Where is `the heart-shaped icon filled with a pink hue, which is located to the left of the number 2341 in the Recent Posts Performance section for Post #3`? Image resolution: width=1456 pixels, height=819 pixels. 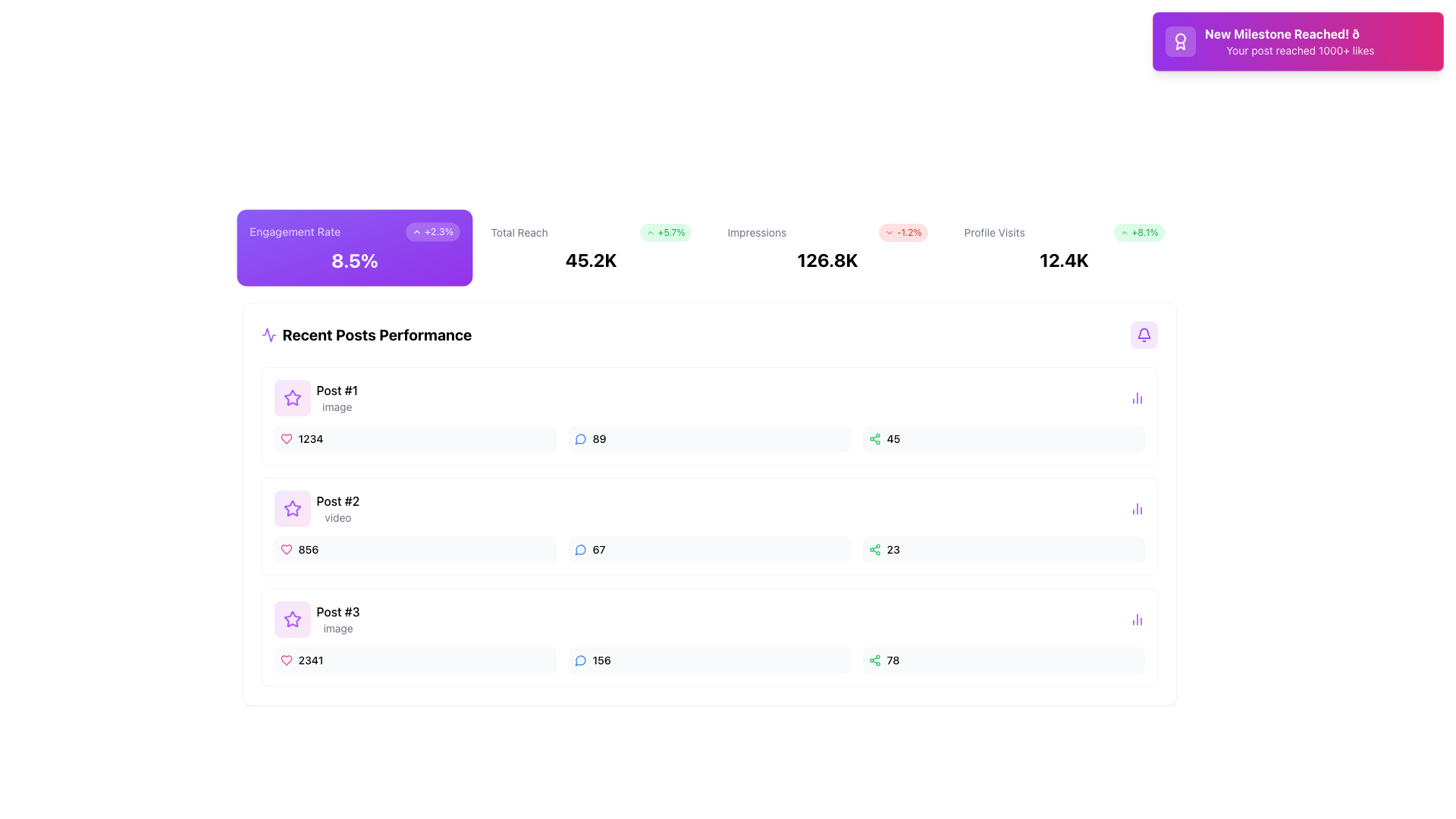
the heart-shaped icon filled with a pink hue, which is located to the left of the number 2341 in the Recent Posts Performance section for Post #3 is located at coordinates (286, 660).